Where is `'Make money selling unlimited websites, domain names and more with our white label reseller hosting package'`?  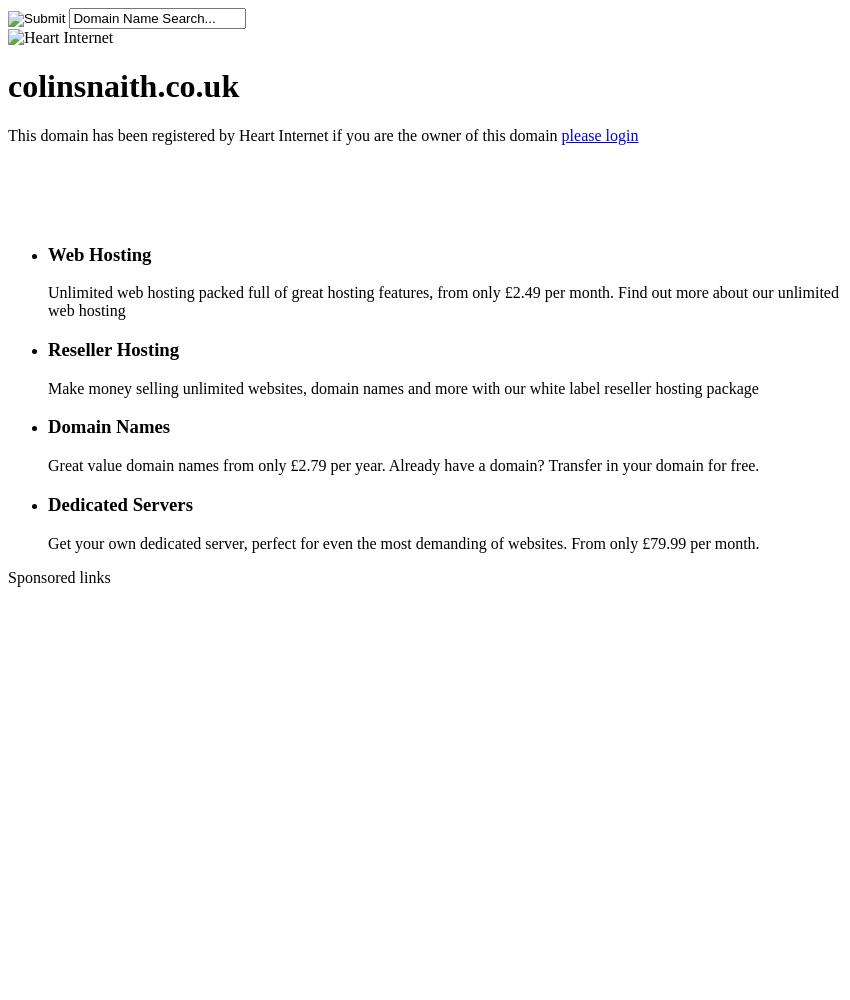
'Make money selling unlimited websites, domain names and more with our white label reseller hosting package' is located at coordinates (402, 387).